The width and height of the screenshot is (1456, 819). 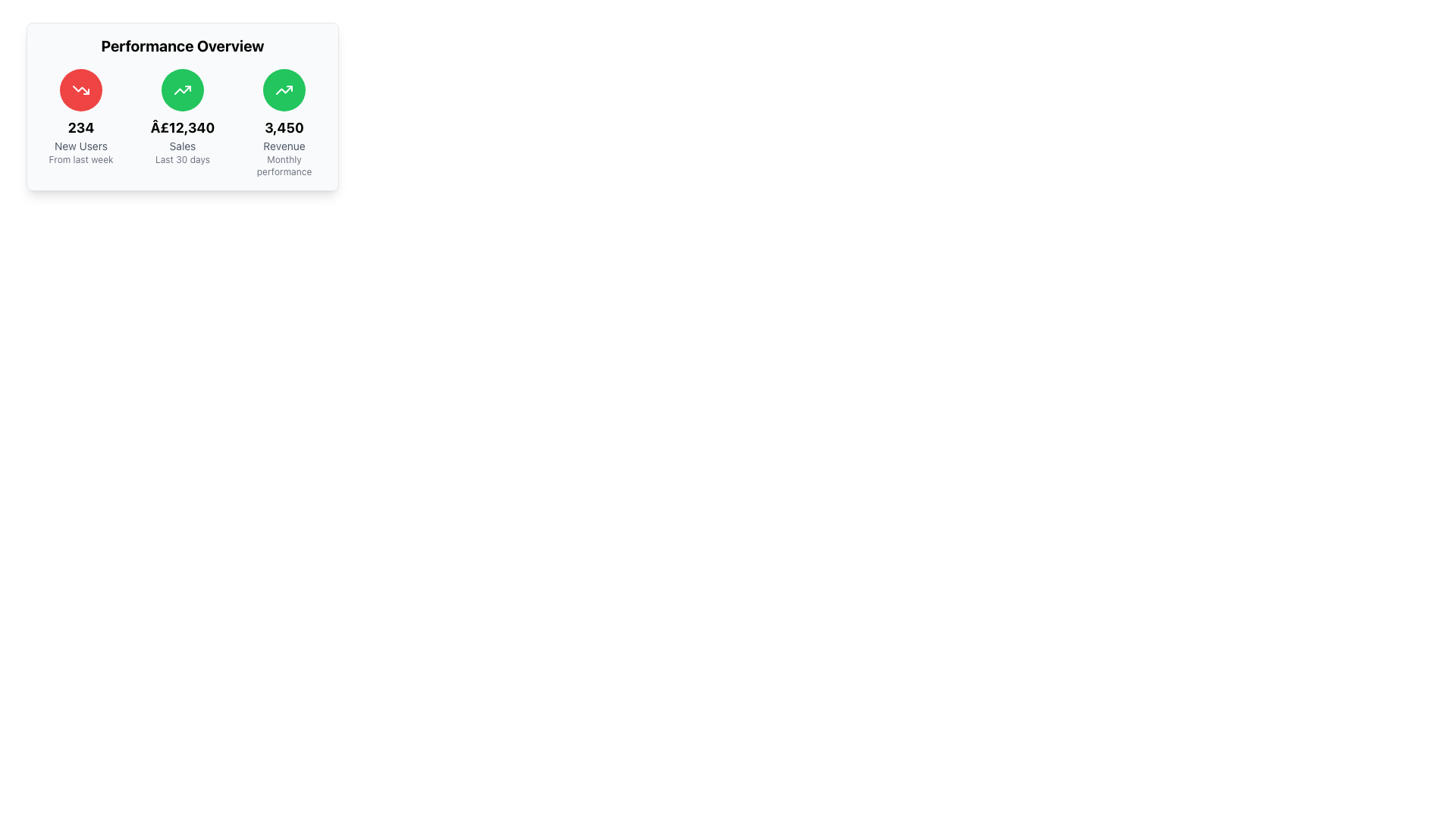 I want to click on the downward trend graphical icon representing 'New Users' in the leftmost circular indicator of the 'Performance Overview' section, so click(x=80, y=90).